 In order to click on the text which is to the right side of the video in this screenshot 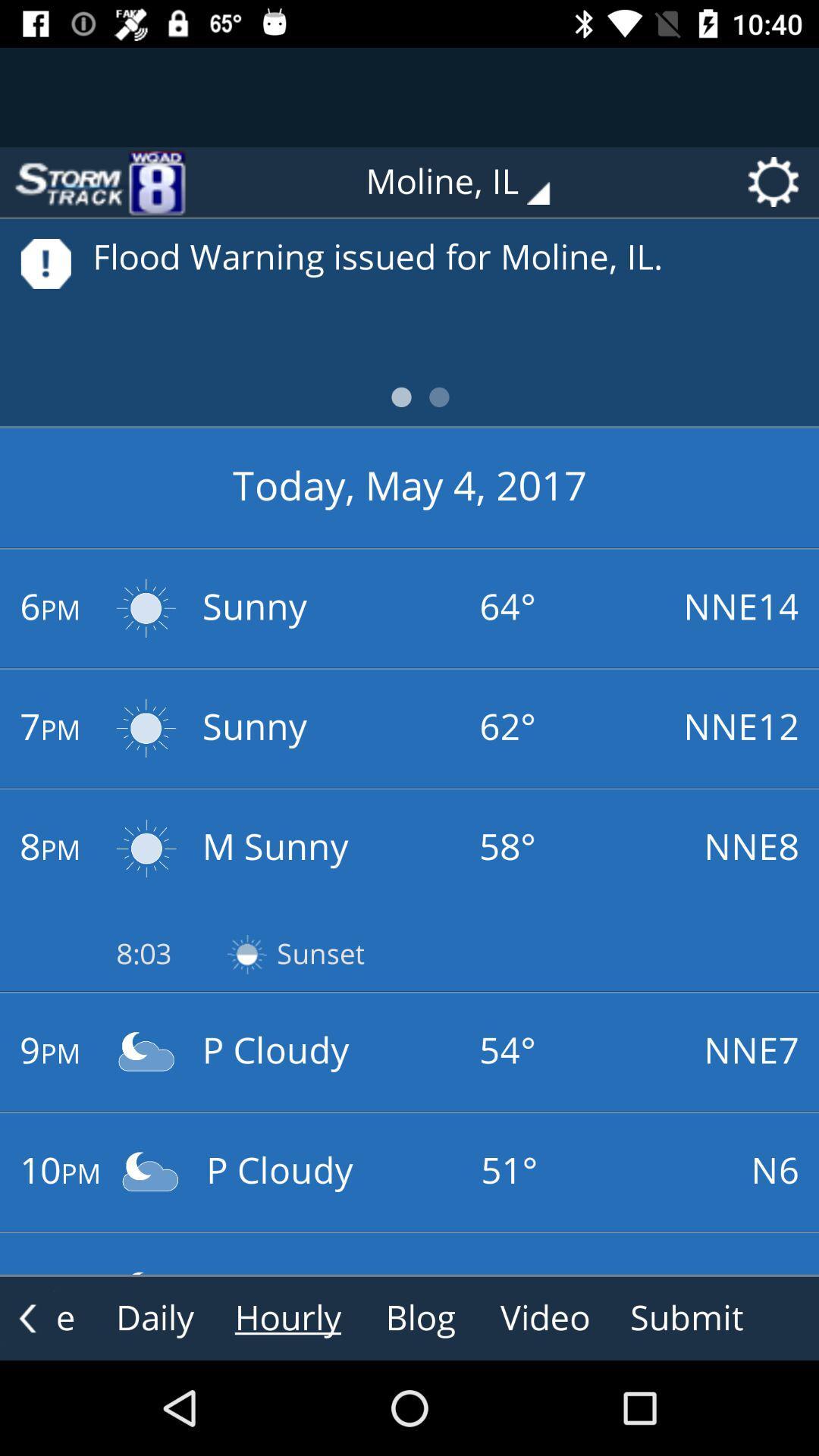, I will do `click(687, 1317)`.